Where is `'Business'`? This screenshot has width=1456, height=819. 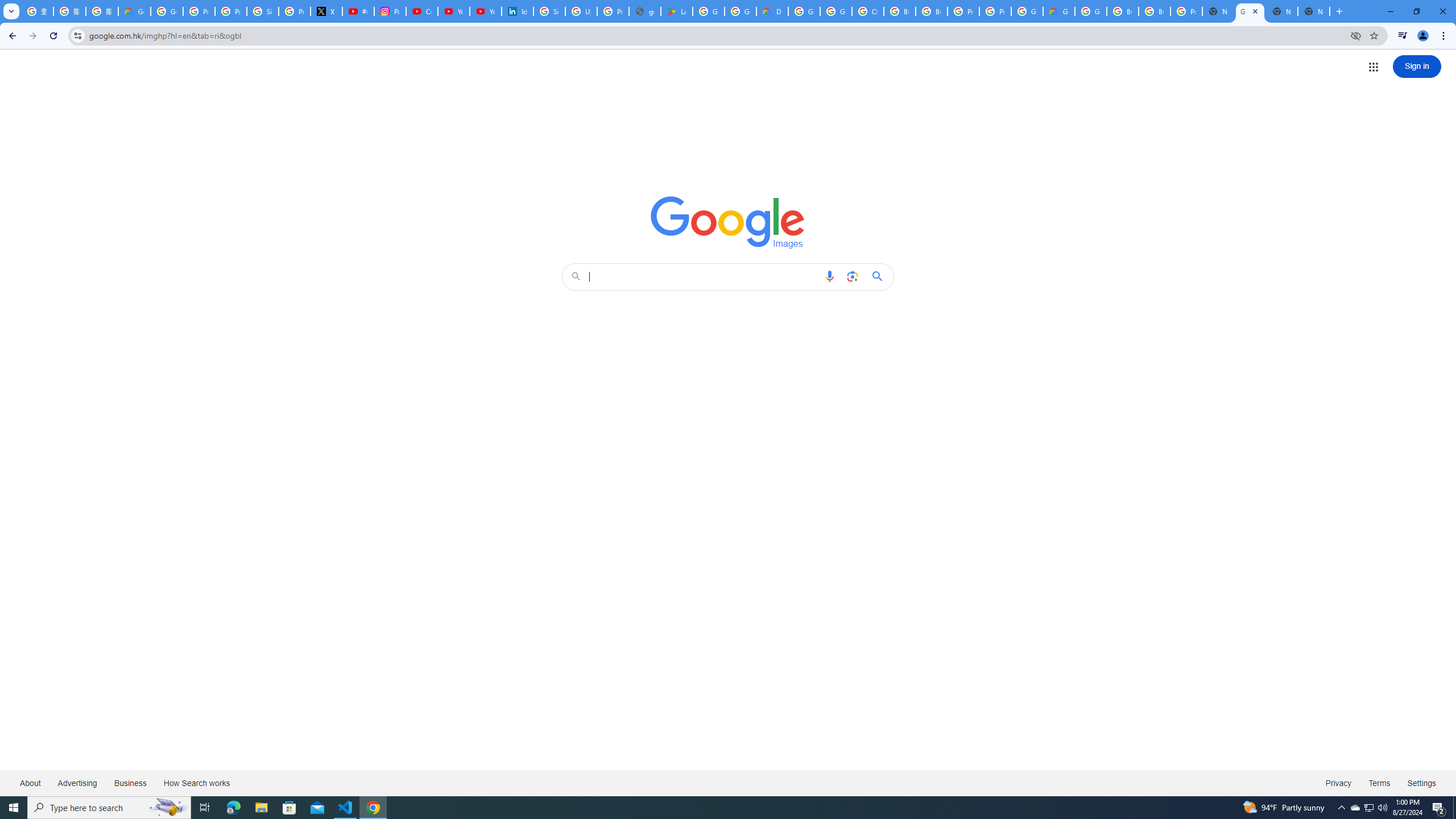
'Business' is located at coordinates (130, 782).